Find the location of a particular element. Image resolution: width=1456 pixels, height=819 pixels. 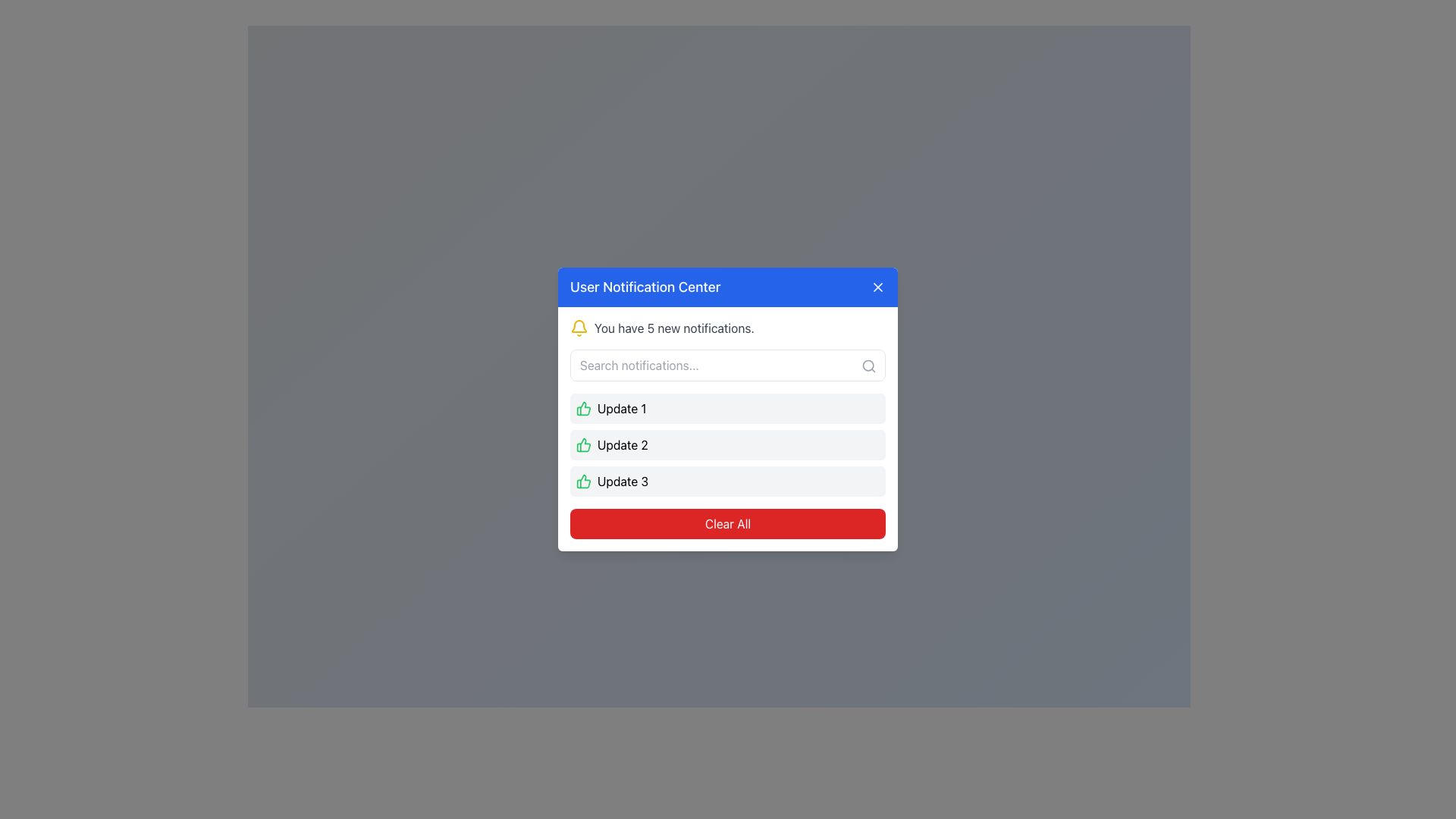

the approved state icon located to the left of the text 'Update 3' in the third notification item of the User Notification Center is located at coordinates (582, 482).